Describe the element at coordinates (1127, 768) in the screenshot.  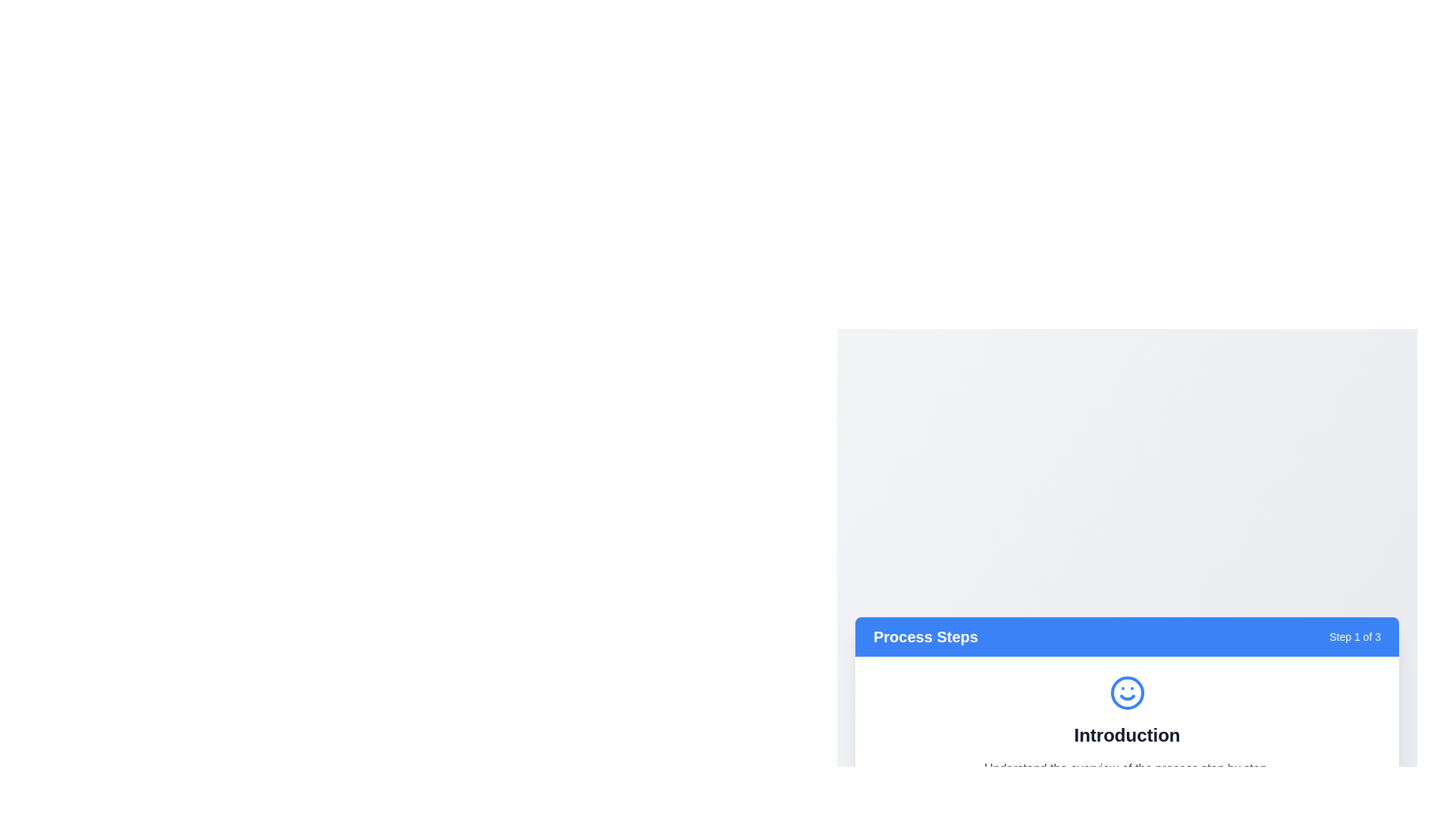
I see `the Text block located in the 'Introduction' section, positioned below the heading 'Introduction' and above the progress bar` at that location.